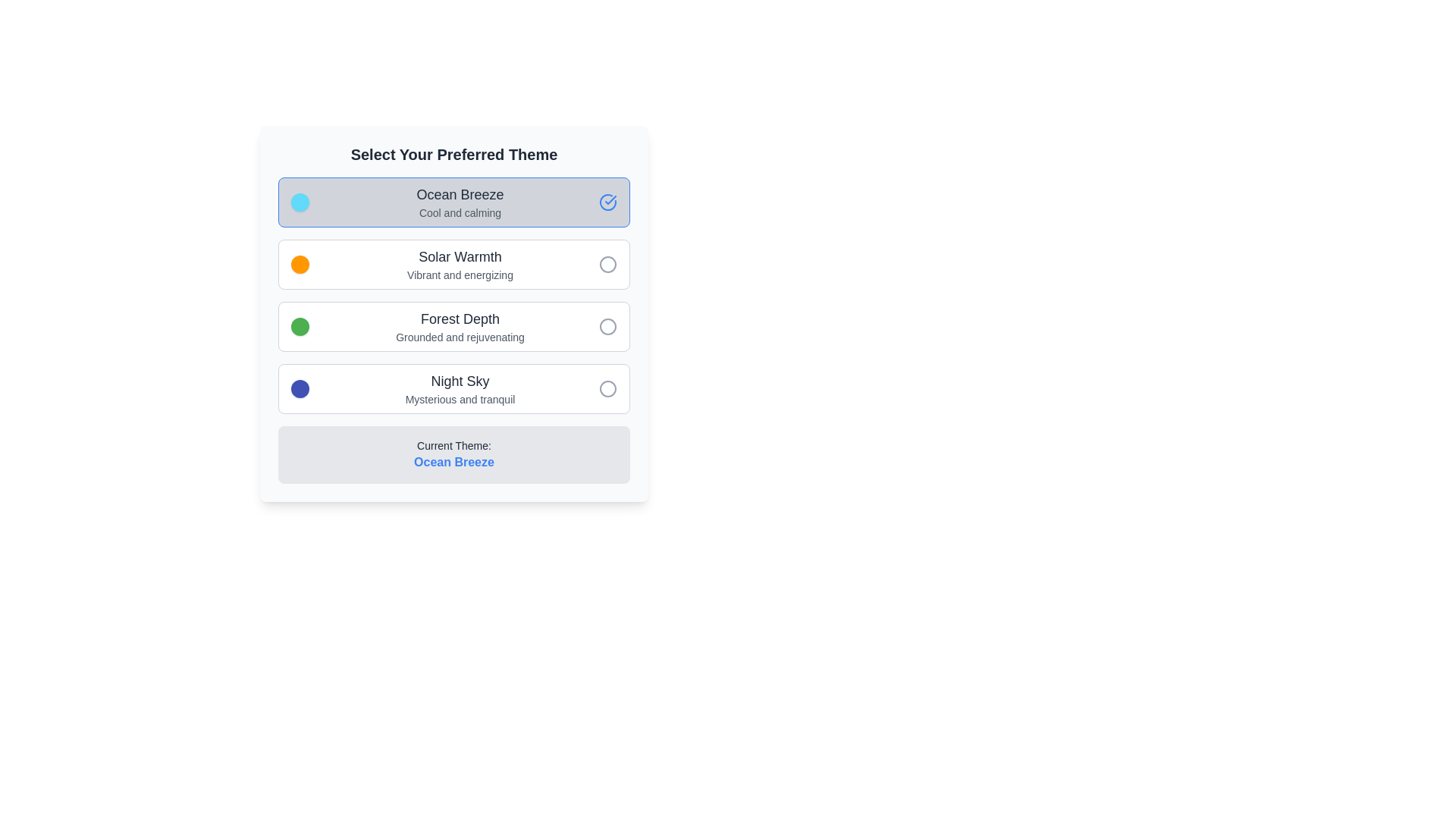 The image size is (1456, 819). Describe the element at coordinates (300, 263) in the screenshot. I see `the vibrant orange circular UI indicator located to the left of the 'Solar Warmth' theme option` at that location.